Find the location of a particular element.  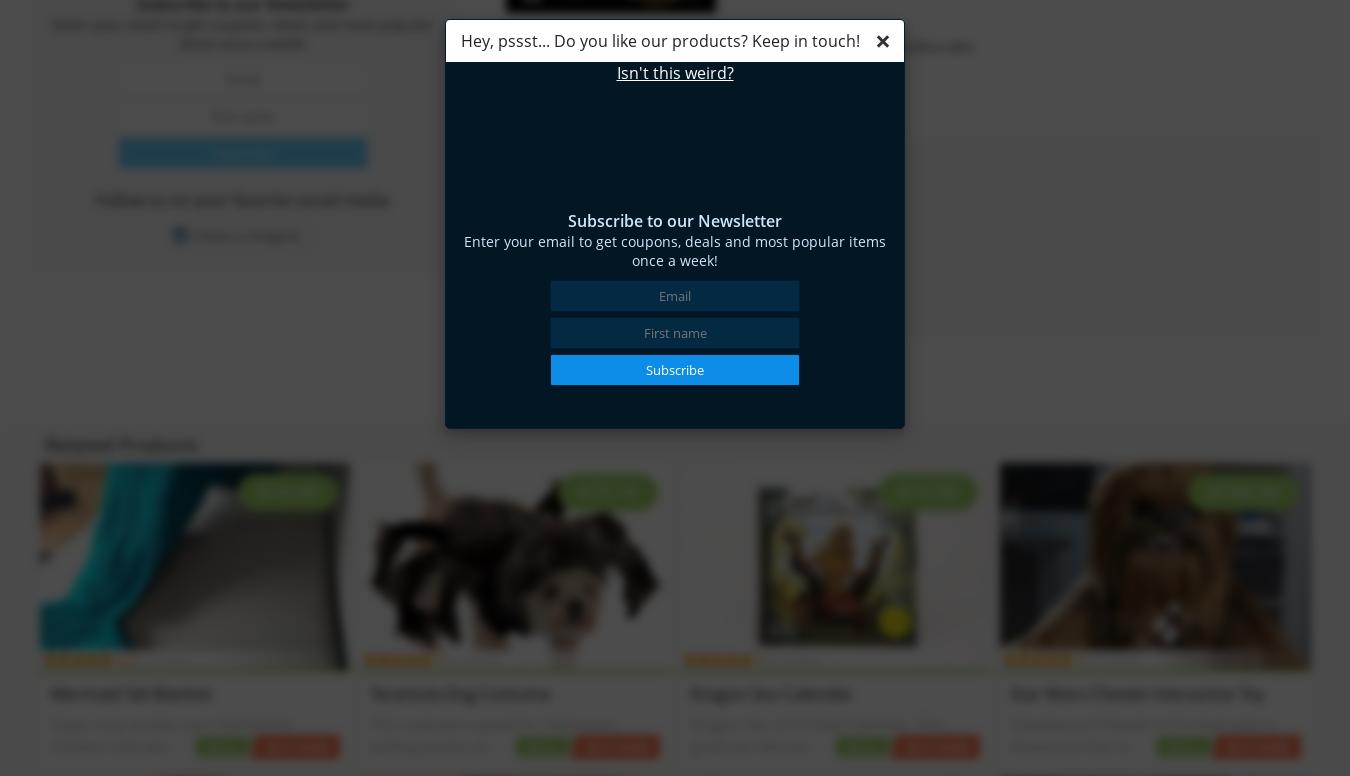

'Enter your email to get coupons, deals and most popular items once a week!' is located at coordinates (675, 250).